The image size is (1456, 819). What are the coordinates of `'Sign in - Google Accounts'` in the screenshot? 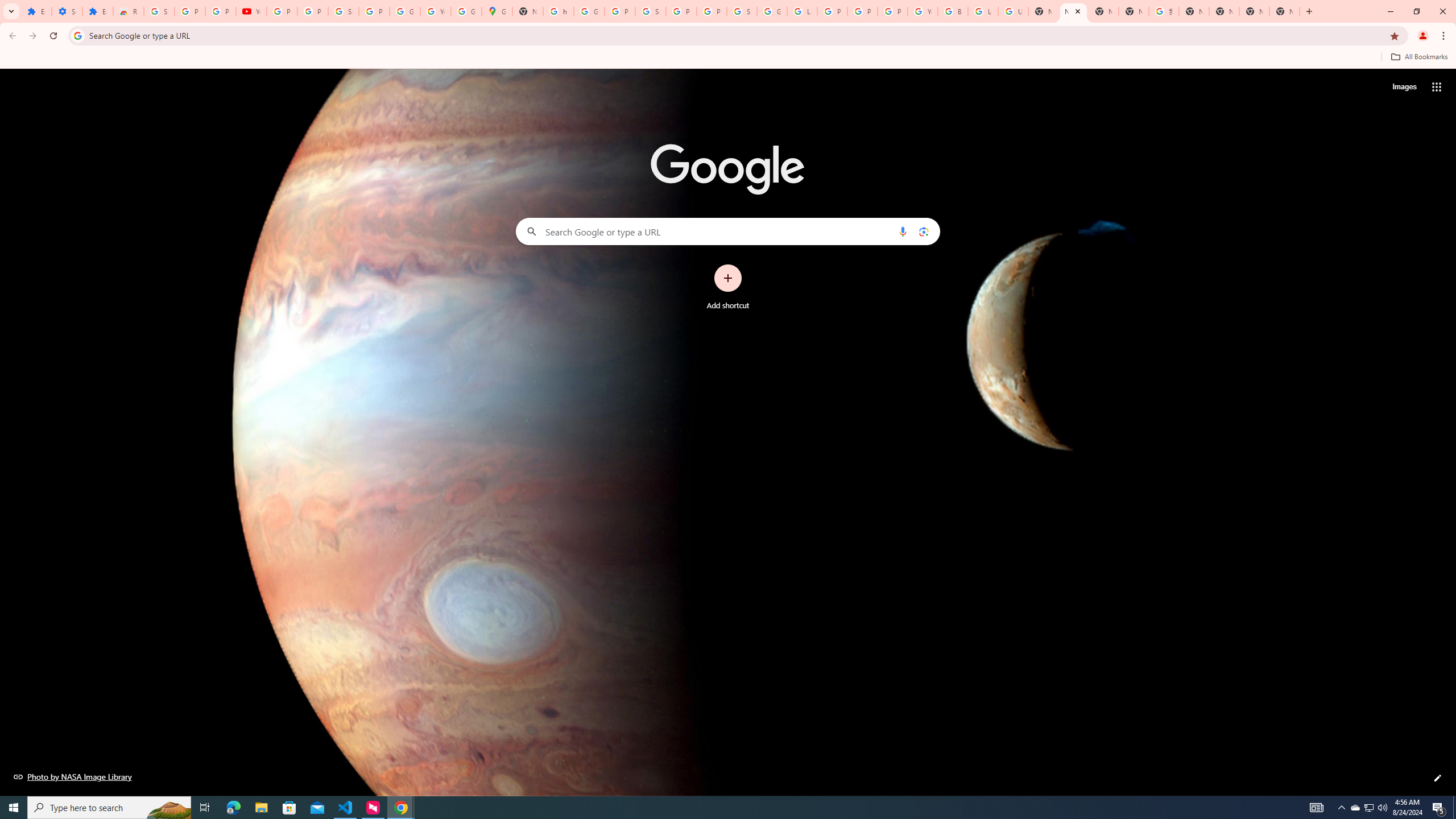 It's located at (158, 11).